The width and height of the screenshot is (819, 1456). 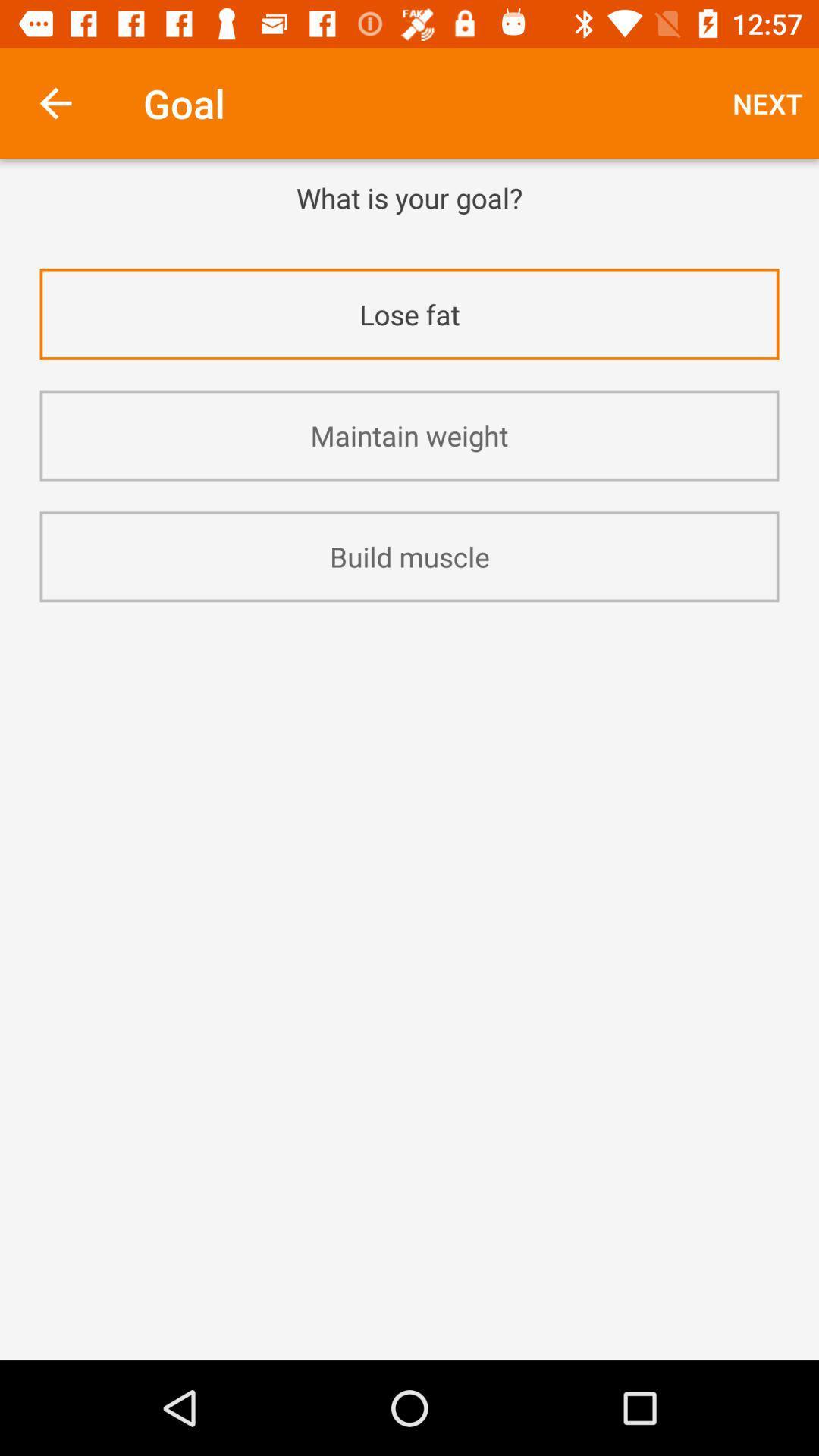 What do you see at coordinates (409, 237) in the screenshot?
I see `icon below what is your item` at bounding box center [409, 237].